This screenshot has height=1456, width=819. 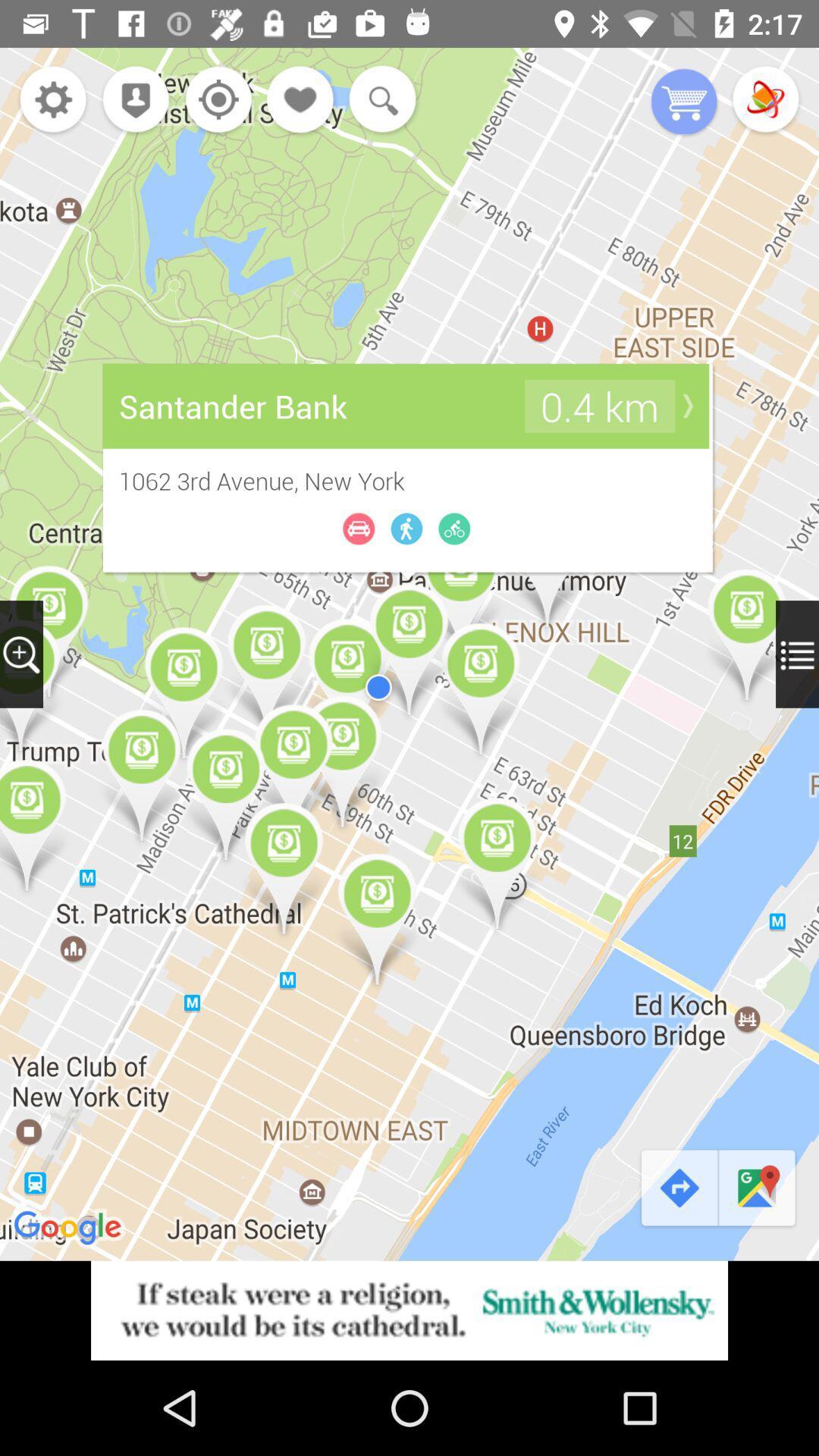 I want to click on rotate the map view, so click(x=765, y=100).